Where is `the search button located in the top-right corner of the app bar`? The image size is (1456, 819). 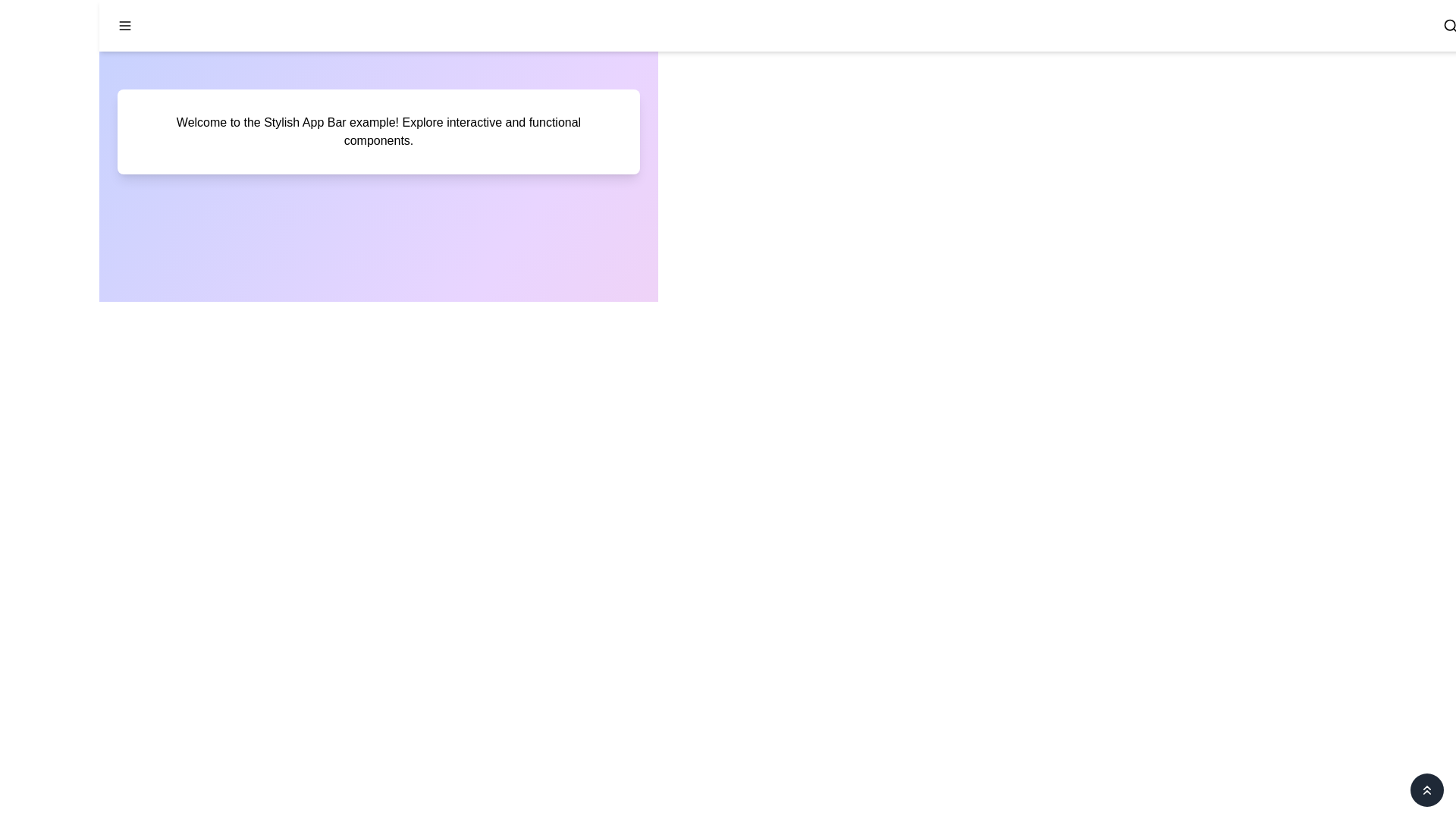
the search button located in the top-right corner of the app bar is located at coordinates (1450, 26).